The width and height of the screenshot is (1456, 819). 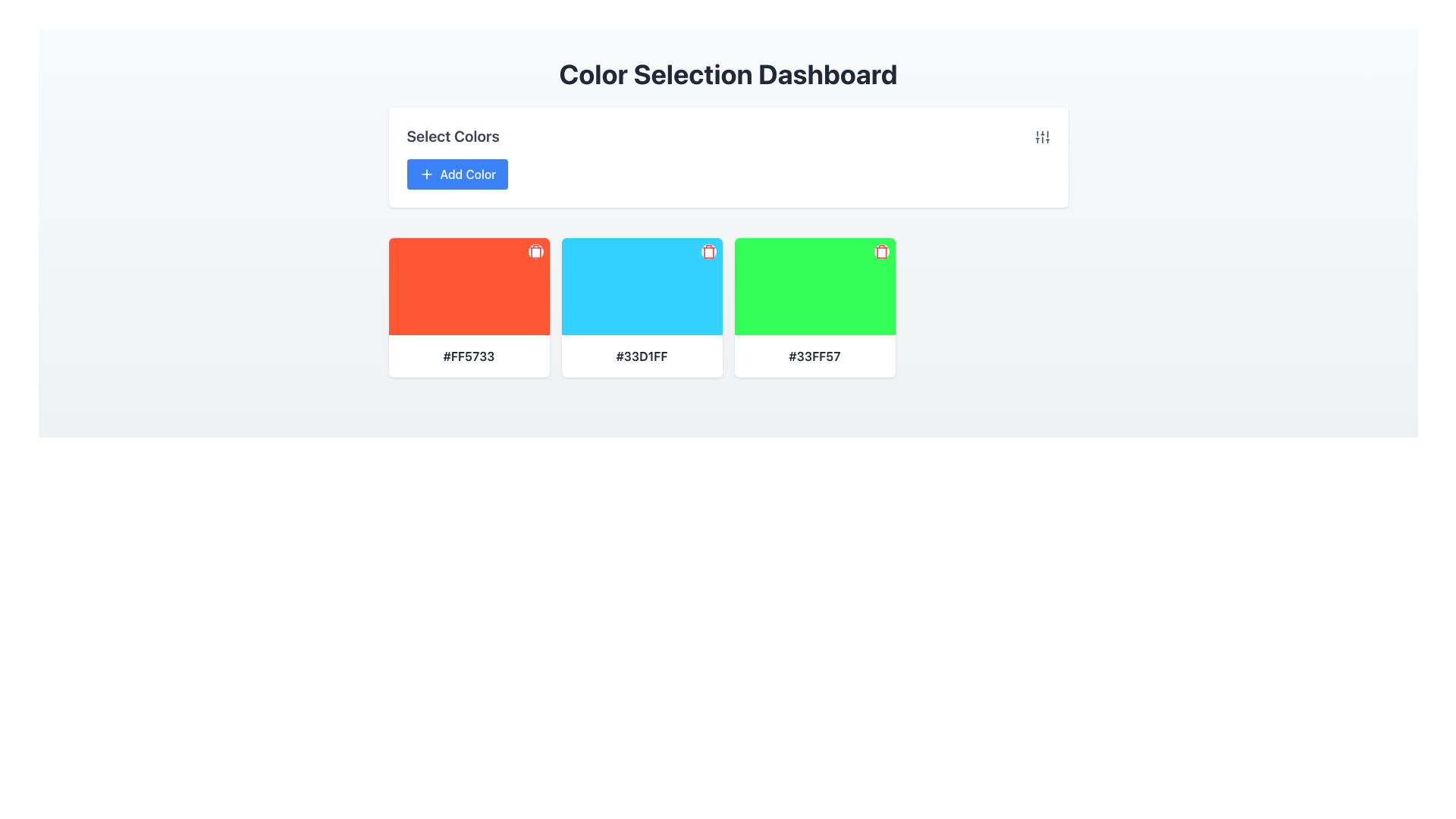 I want to click on the deletion button located at the top-right corner of the second card in the horizontal list under the 'Select Colors' header, so click(x=708, y=250).